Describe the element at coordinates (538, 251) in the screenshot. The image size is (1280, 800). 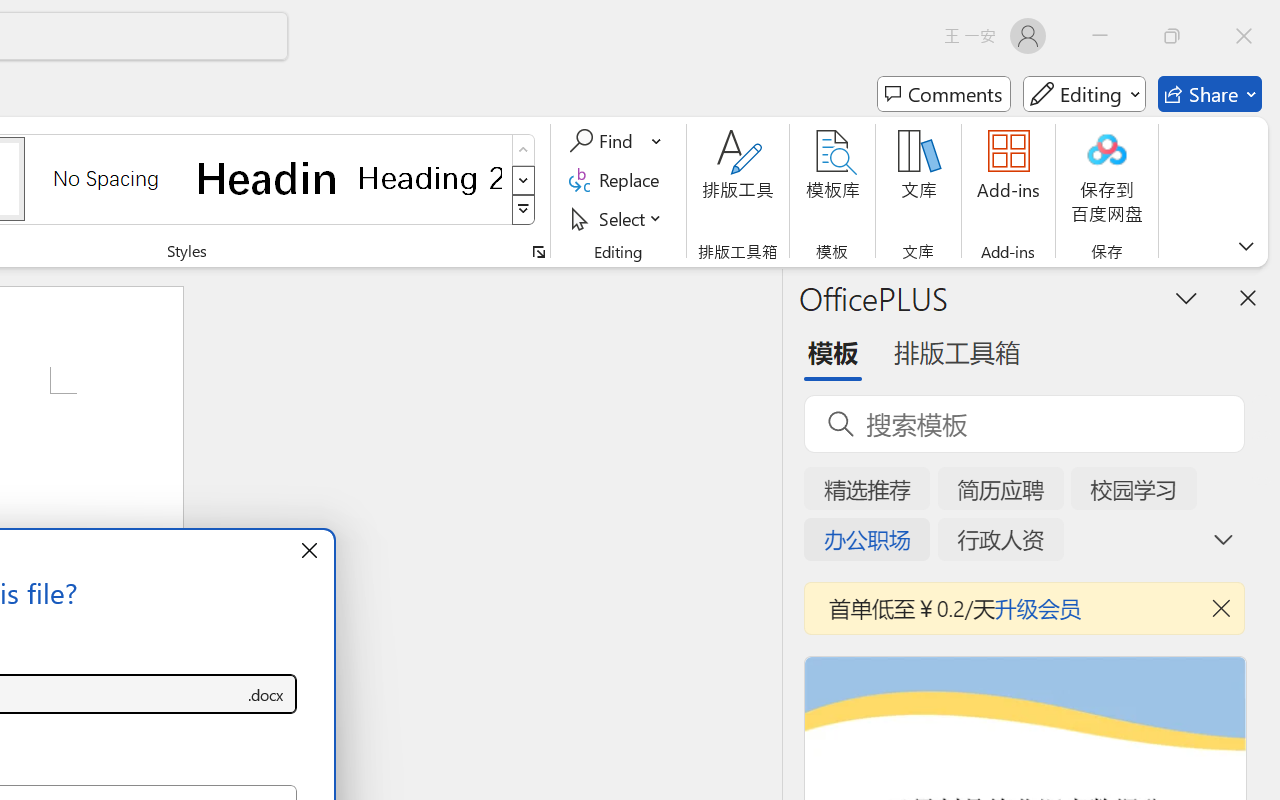
I see `'Styles...'` at that location.